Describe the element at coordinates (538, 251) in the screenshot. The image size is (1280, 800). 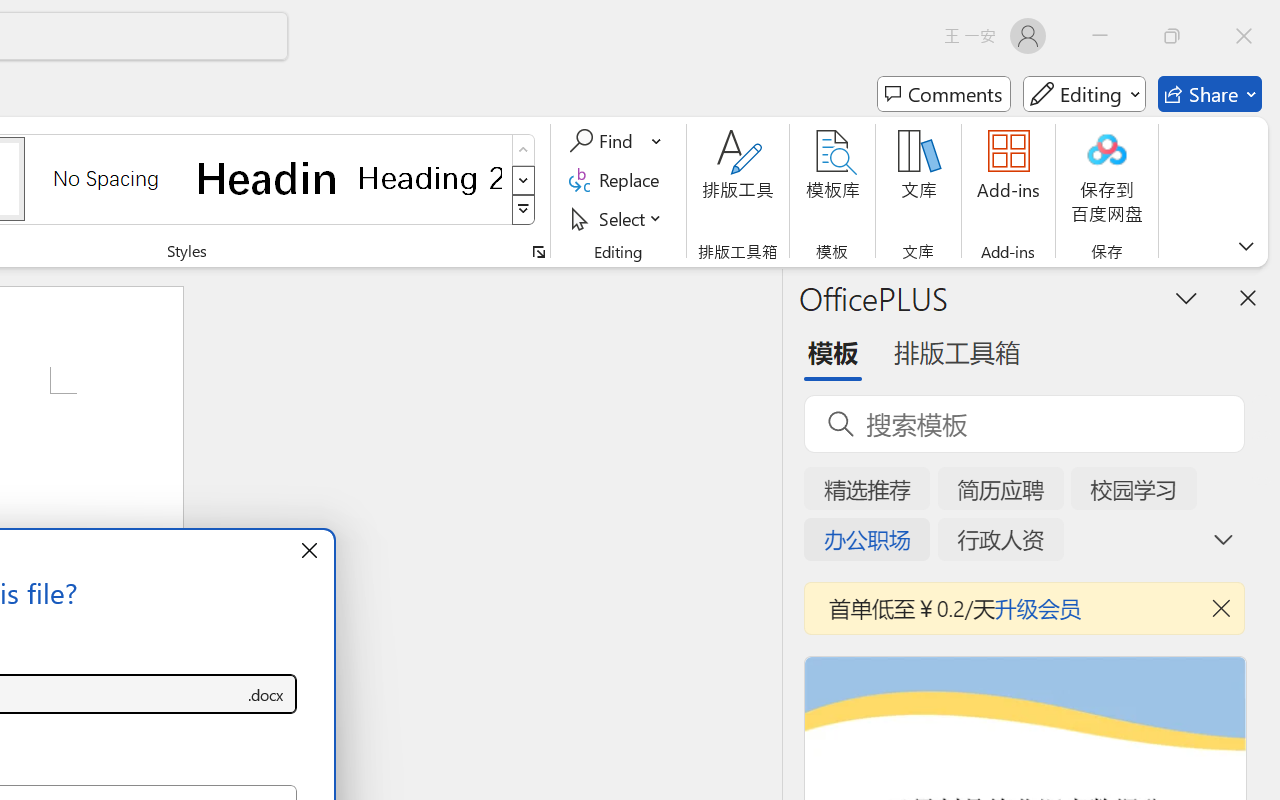
I see `'Styles...'` at that location.